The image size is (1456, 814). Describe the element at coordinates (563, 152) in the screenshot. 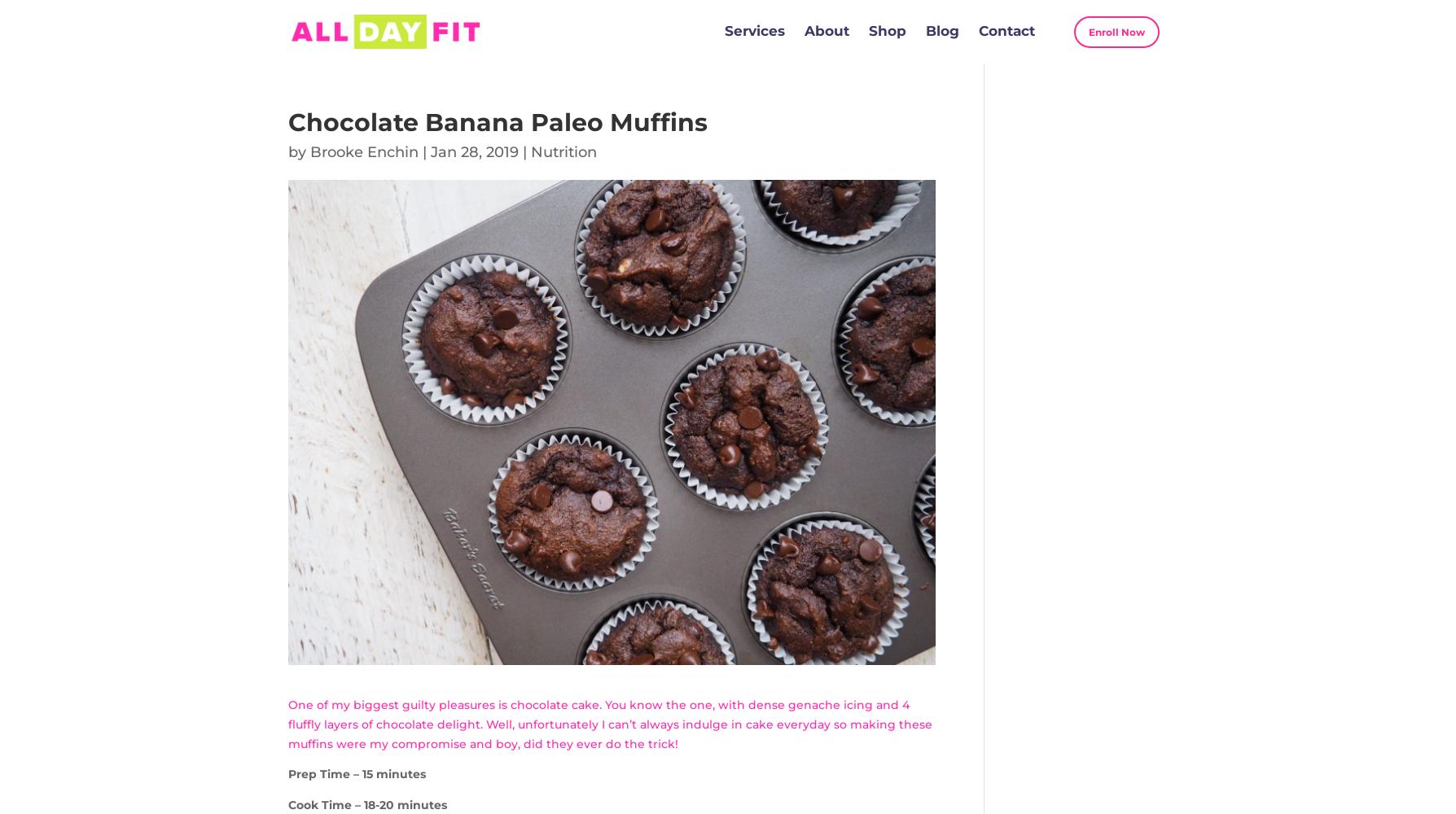

I see `'Nutrition'` at that location.